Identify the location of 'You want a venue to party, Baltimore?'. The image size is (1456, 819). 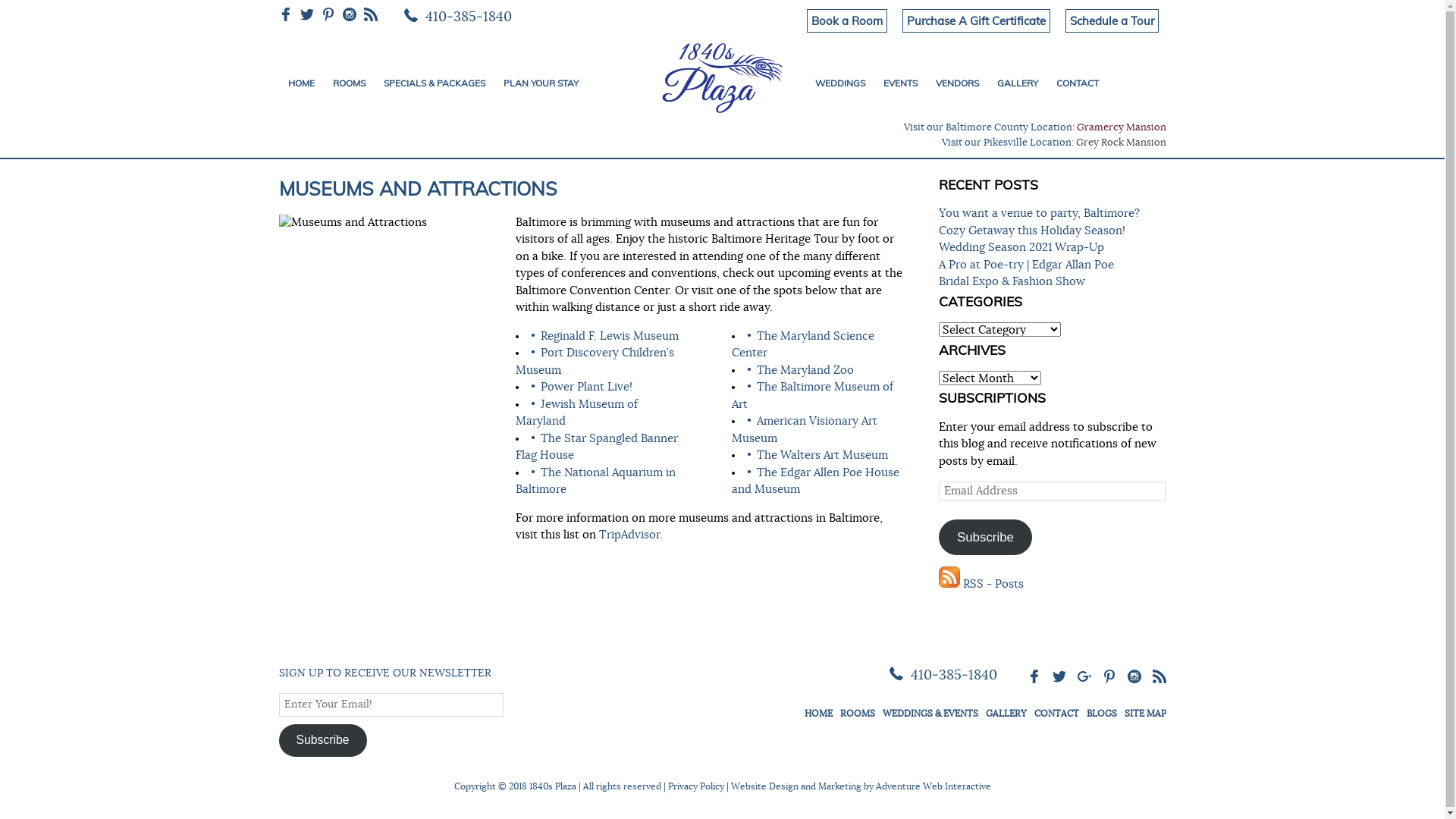
(1038, 213).